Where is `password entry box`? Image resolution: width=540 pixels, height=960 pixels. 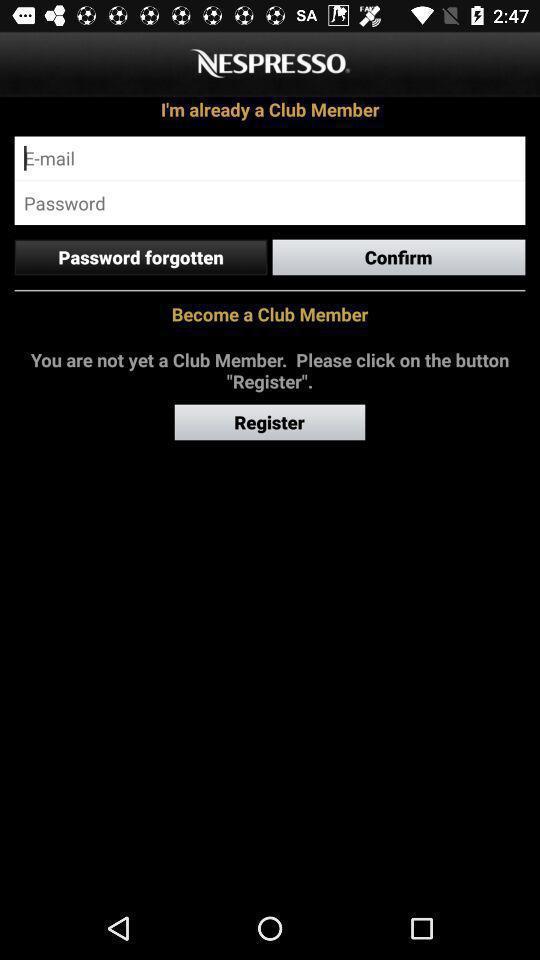 password entry box is located at coordinates (270, 203).